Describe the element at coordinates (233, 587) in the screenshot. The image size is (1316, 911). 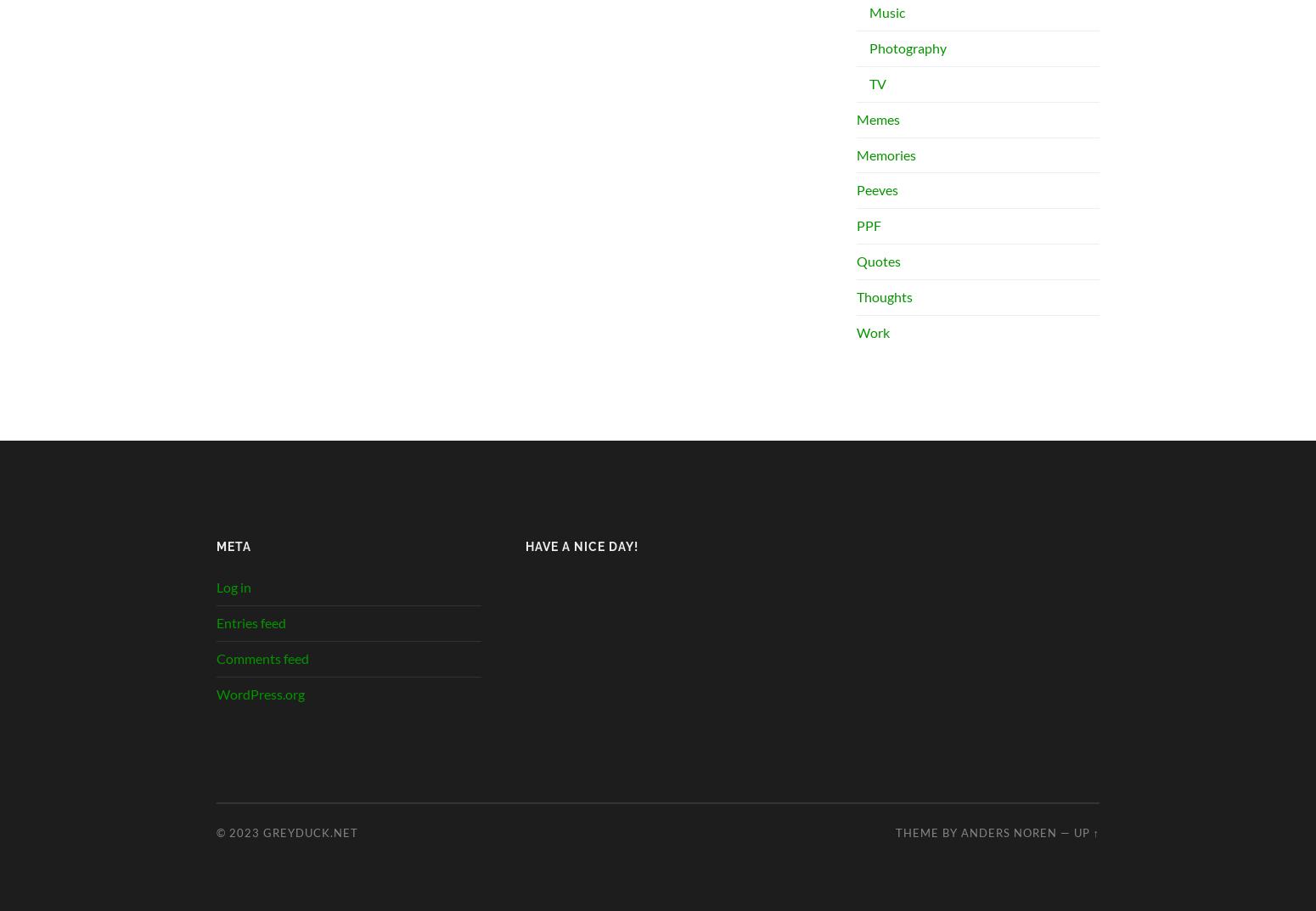
I see `'Log in'` at that location.